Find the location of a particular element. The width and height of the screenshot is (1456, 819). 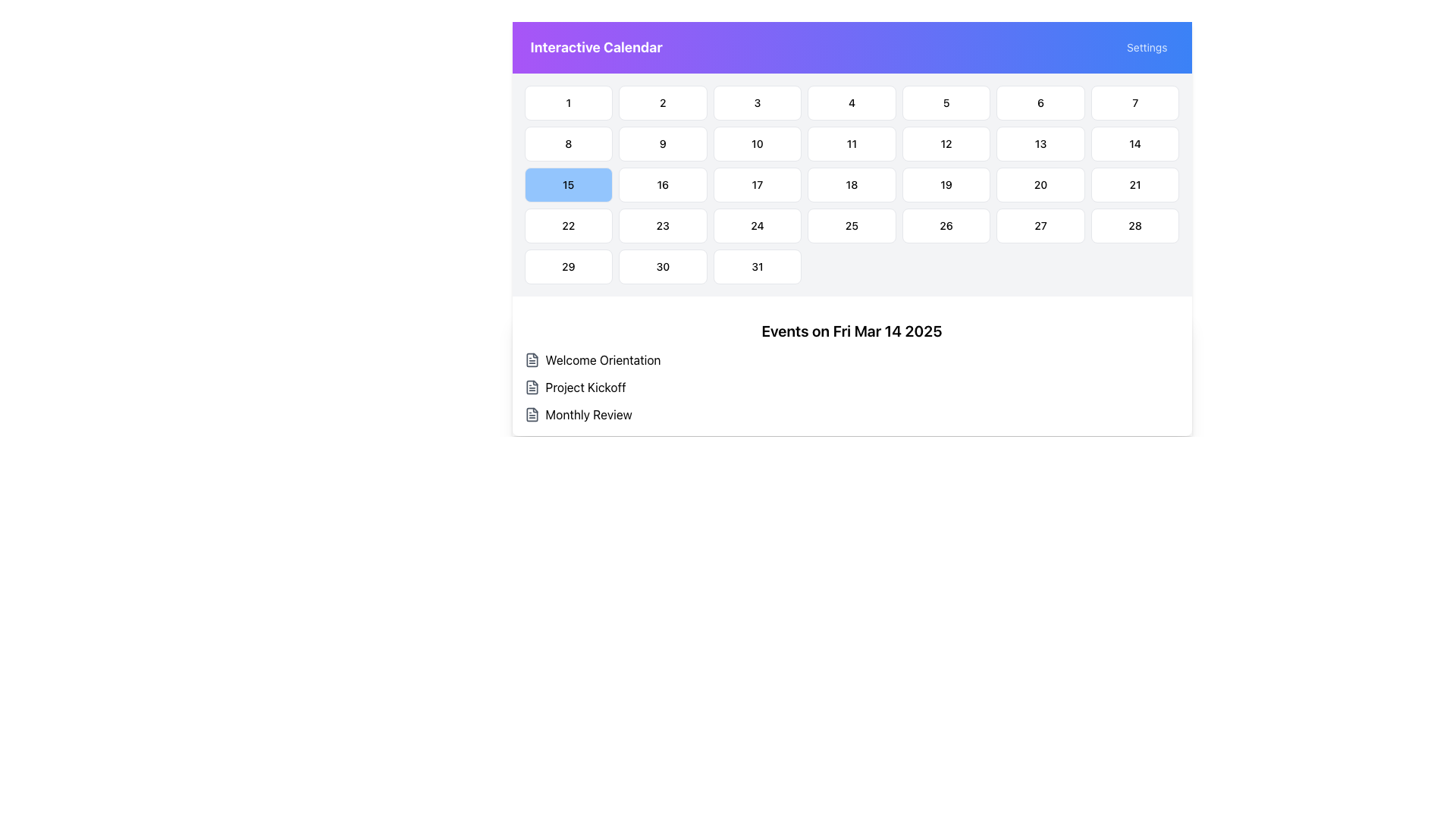

the date '8' in the interactive calendar, which is located in the second row and second column of the calendar grid is located at coordinates (567, 143).